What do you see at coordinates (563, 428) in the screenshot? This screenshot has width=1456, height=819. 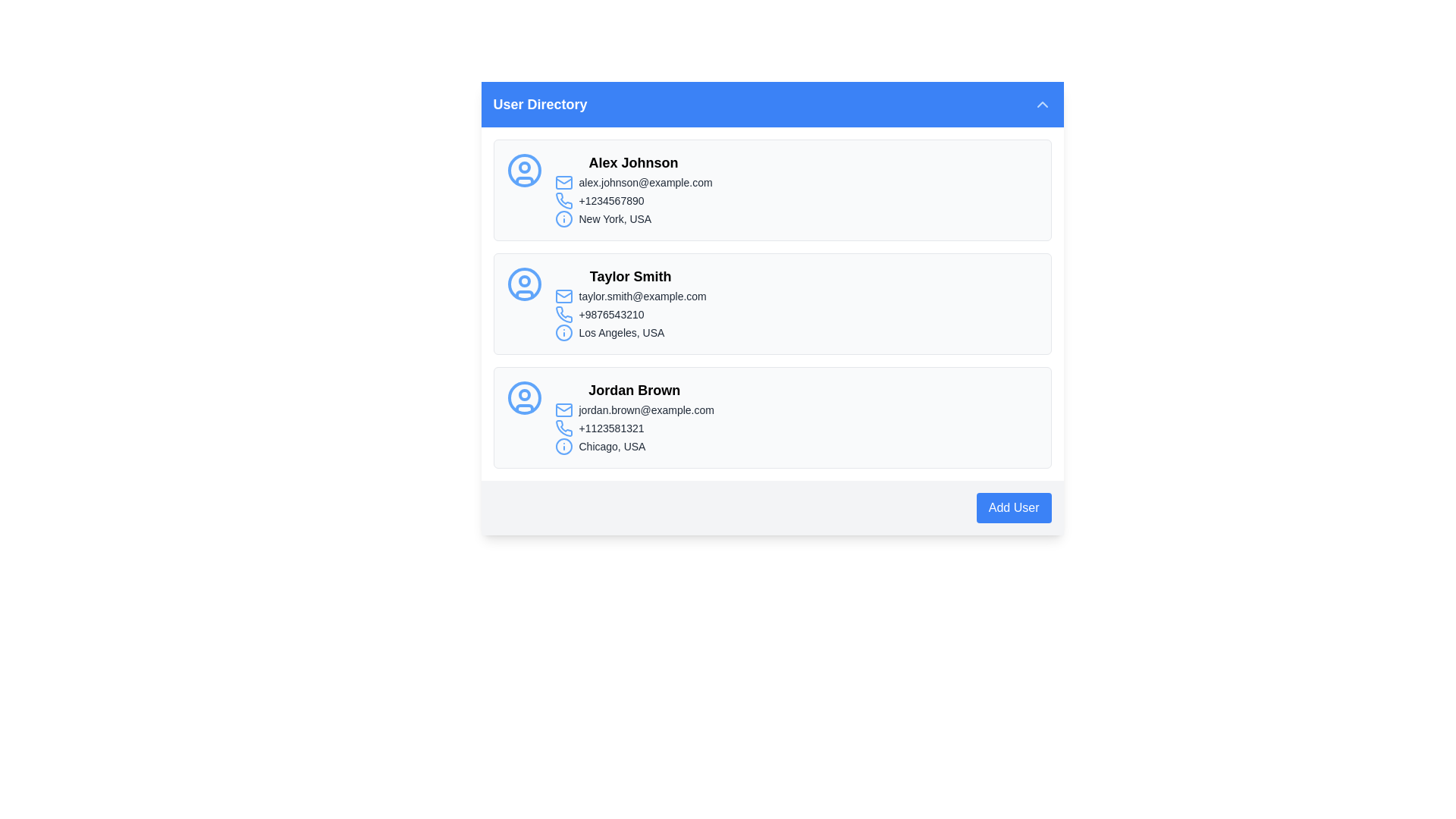 I see `the contact phone number icon located within the 'Jordan Brown' card in the directory, positioned below the email icon` at bounding box center [563, 428].